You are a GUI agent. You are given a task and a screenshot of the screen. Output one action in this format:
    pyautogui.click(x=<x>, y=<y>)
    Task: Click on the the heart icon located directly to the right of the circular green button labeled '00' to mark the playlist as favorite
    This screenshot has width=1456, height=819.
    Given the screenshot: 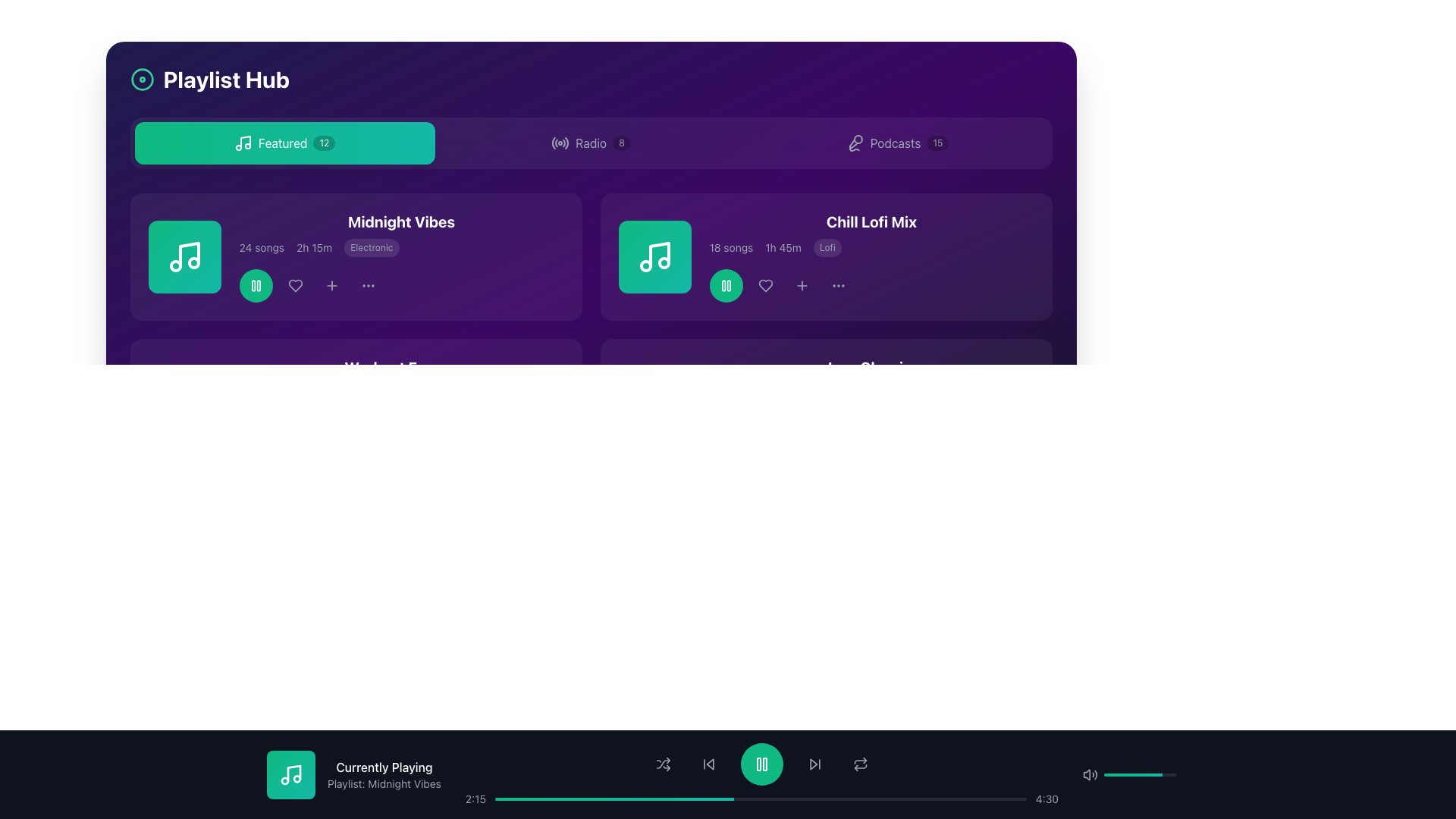 What is the action you would take?
    pyautogui.click(x=295, y=286)
    